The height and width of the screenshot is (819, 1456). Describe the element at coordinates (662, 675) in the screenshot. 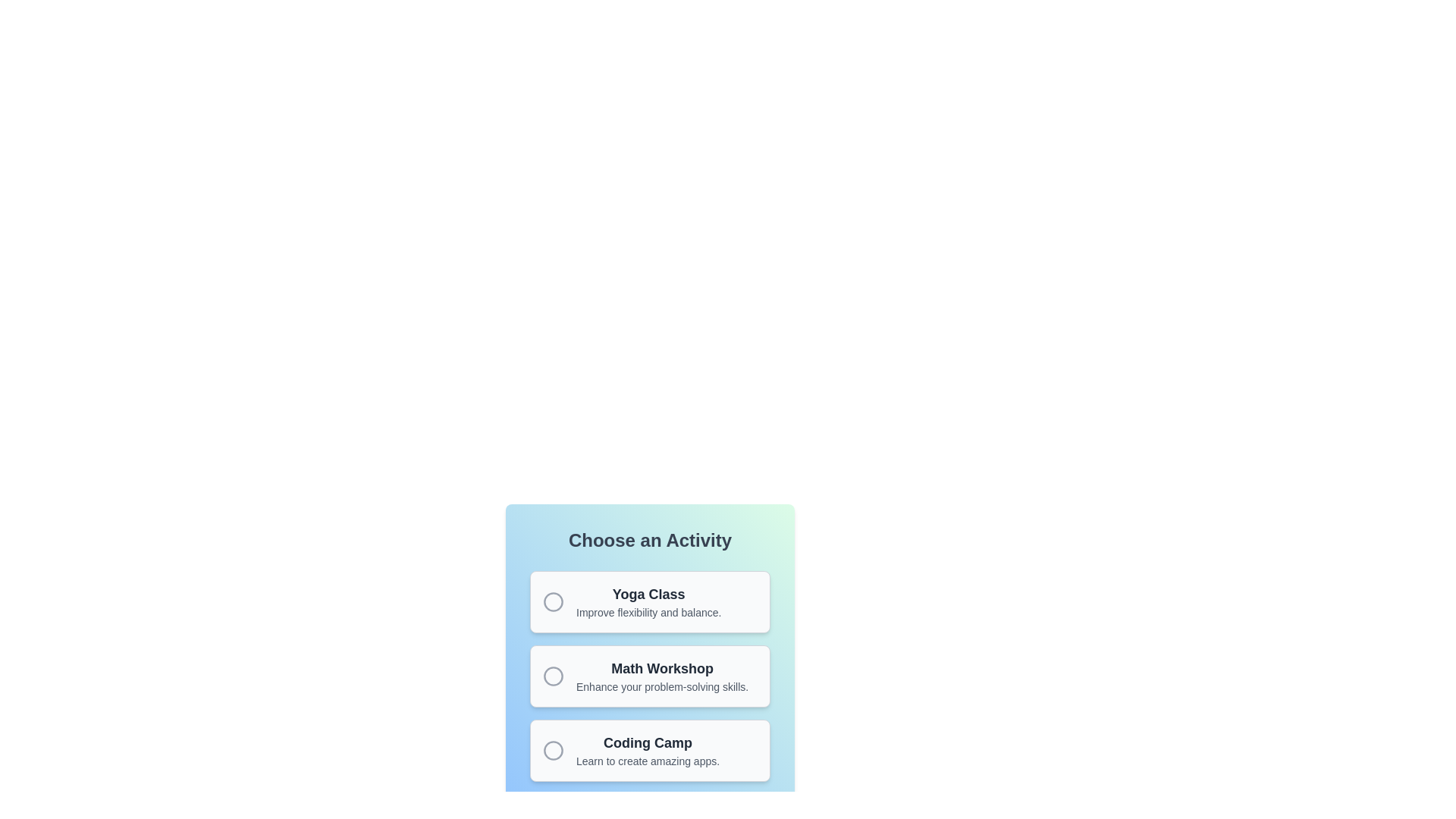

I see `the informational block labeled 'Math Workshop' which describes enhancing problem-solving skills, located in the second card of the vertical list under 'Choose an Activity'` at that location.